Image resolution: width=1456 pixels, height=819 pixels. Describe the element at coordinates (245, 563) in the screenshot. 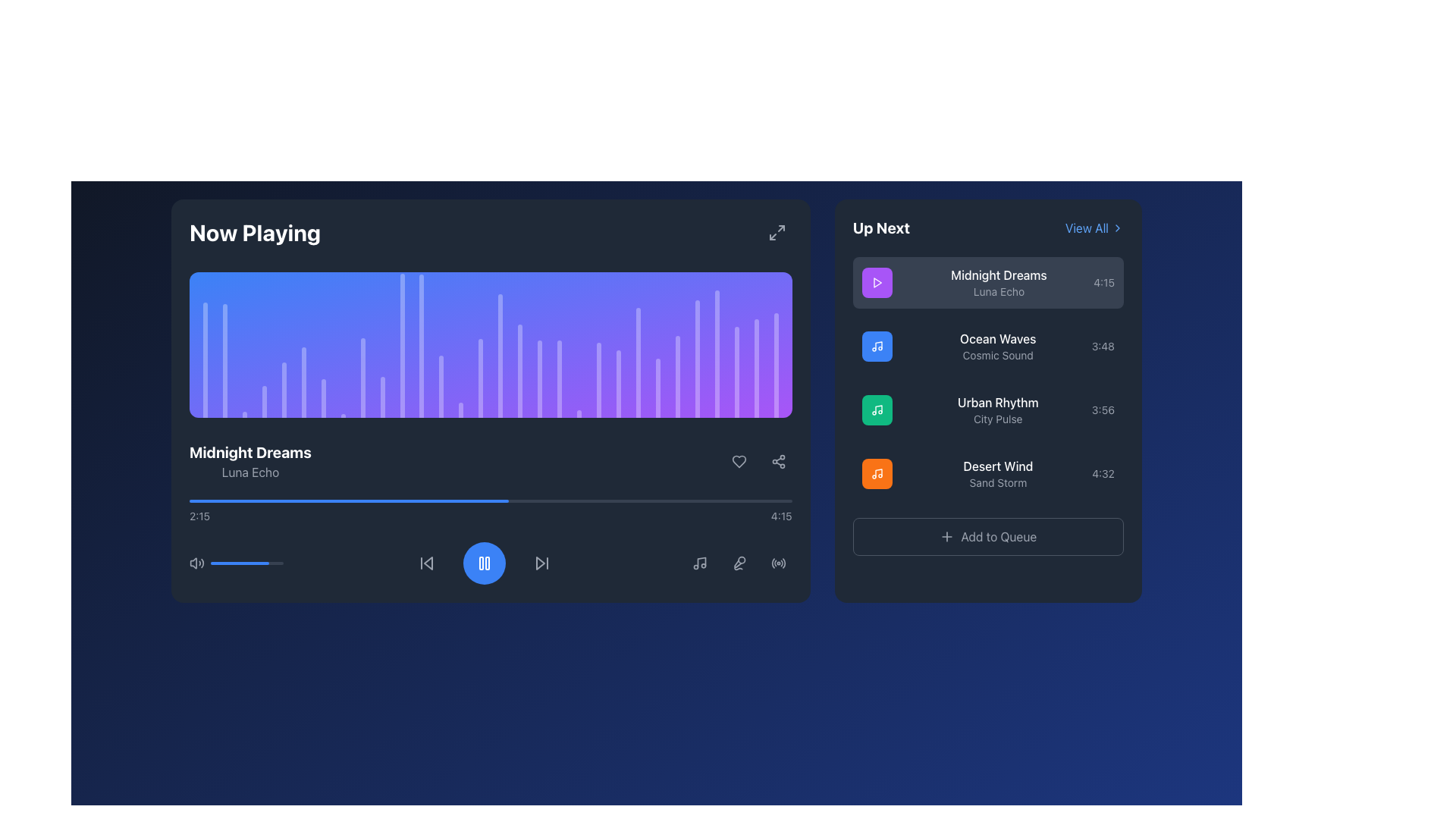

I see `the volume` at that location.